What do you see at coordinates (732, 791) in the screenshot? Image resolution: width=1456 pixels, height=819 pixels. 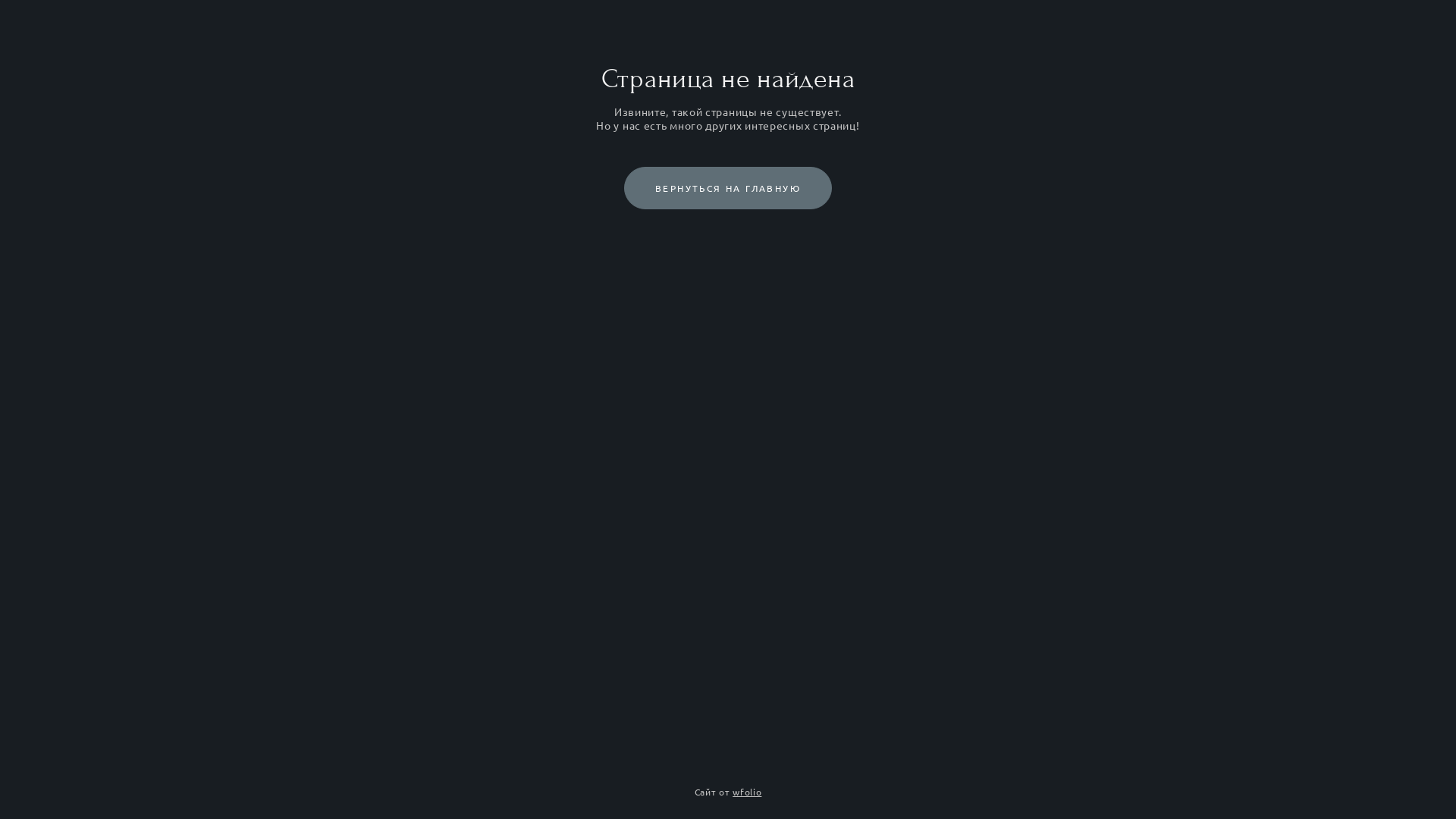 I see `'wfolio'` at bounding box center [732, 791].